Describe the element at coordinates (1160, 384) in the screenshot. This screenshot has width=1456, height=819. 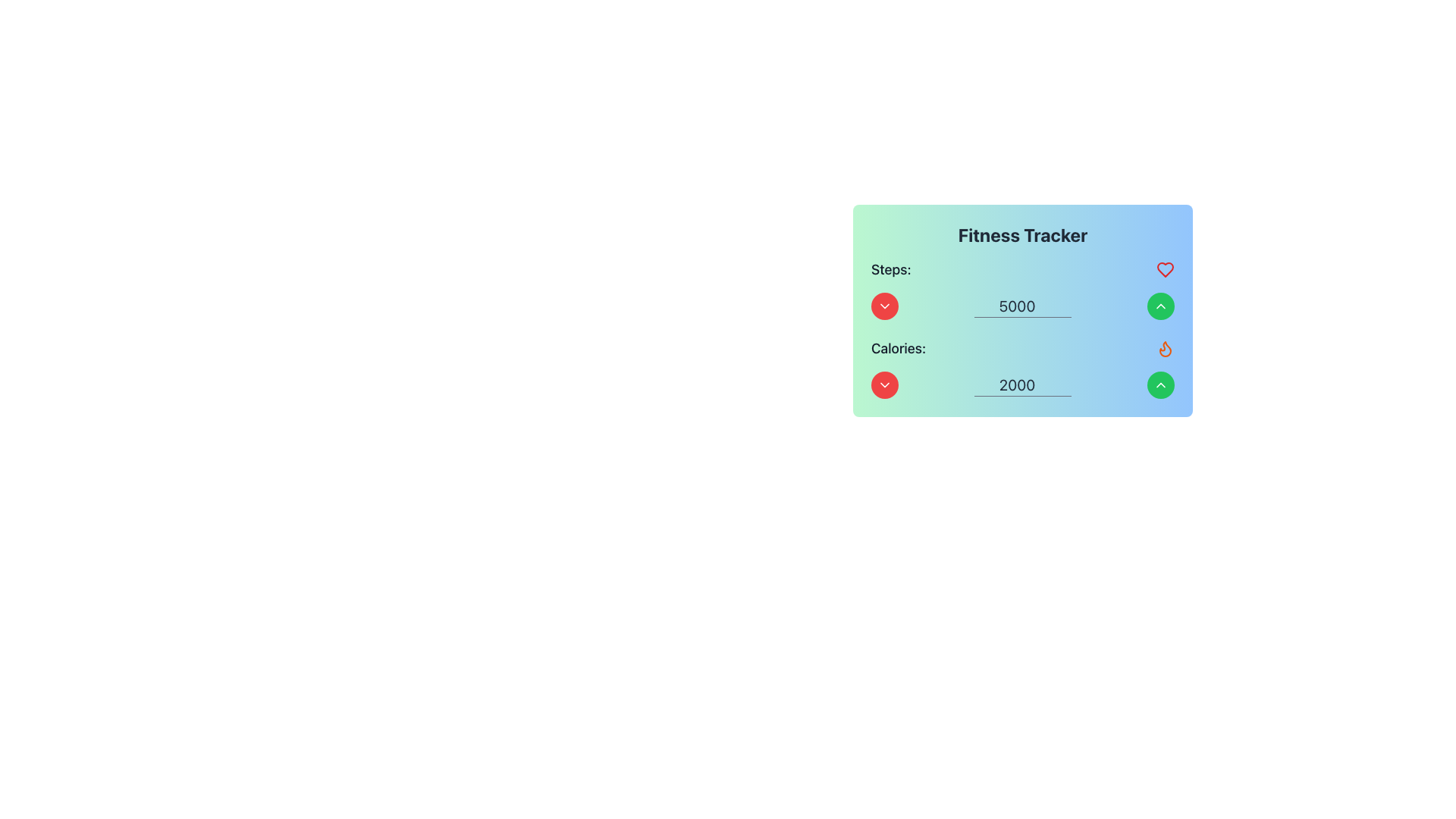
I see `the upward-pointing arrow icon embedded within the green circular button to increase the value` at that location.